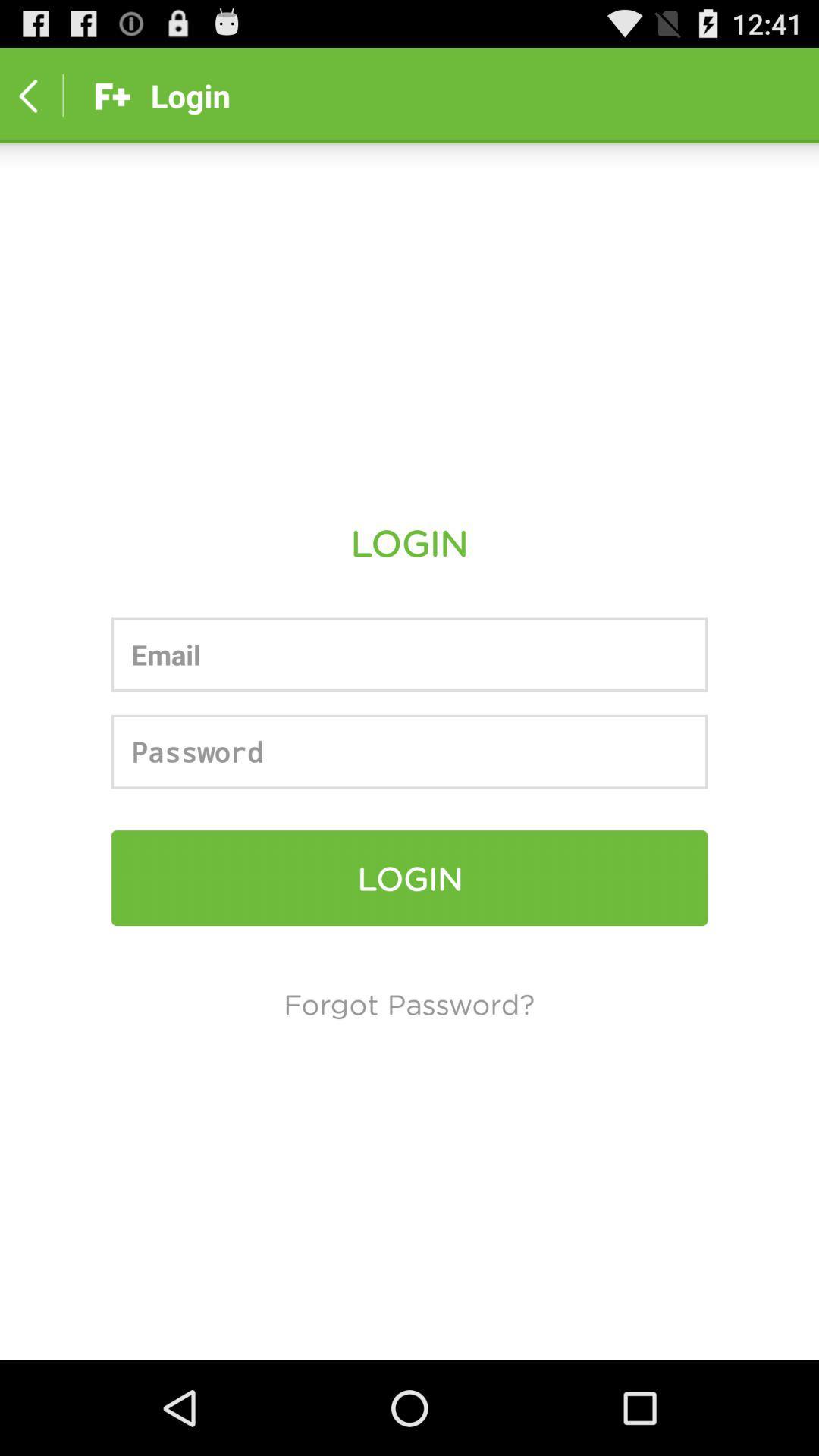 This screenshot has height=1456, width=819. I want to click on the item at the bottom, so click(408, 1003).